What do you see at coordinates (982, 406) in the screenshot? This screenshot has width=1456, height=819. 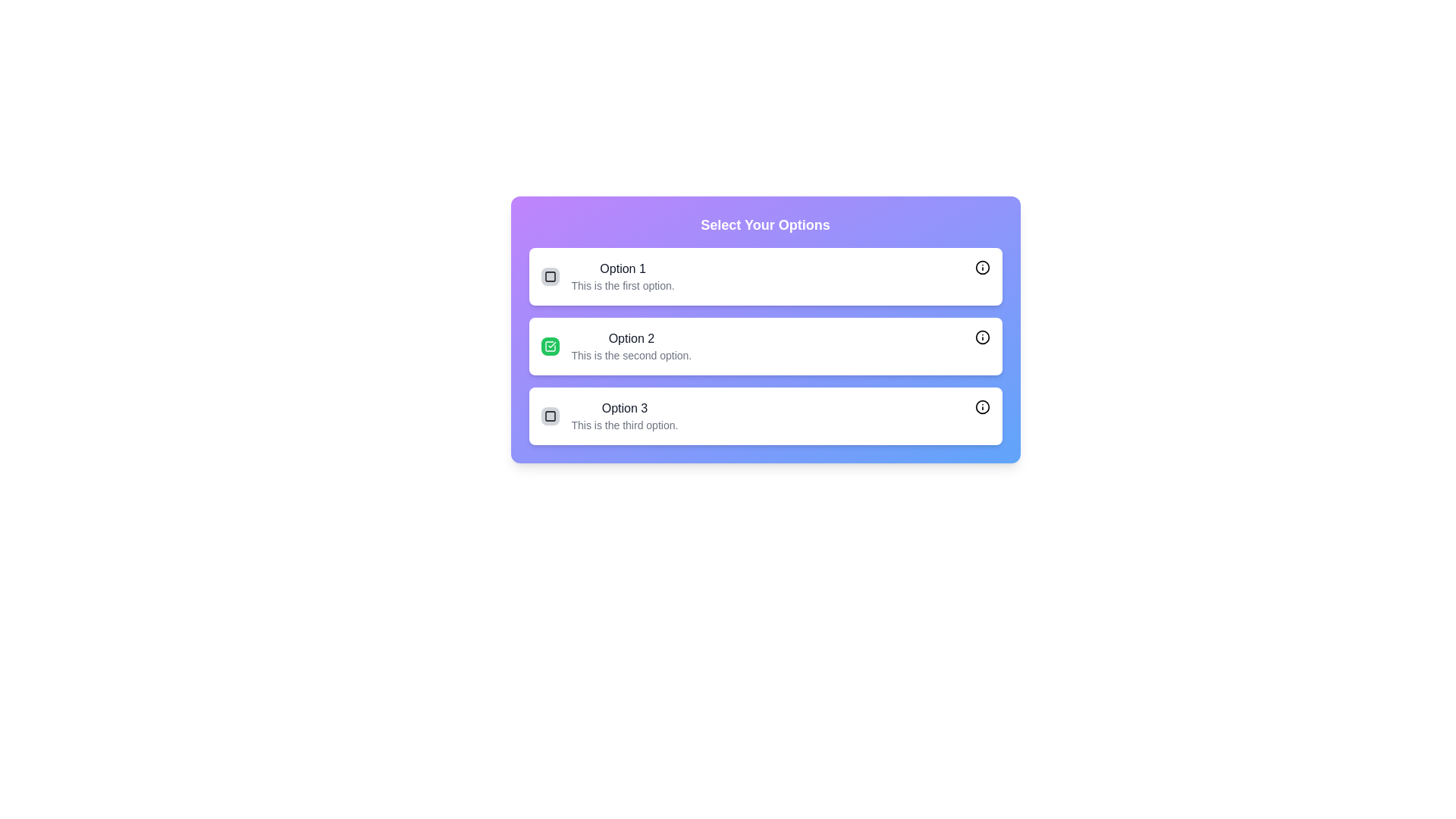 I see `the circle graphical element with a black outline and a diameter of approximately 20 units, located adjacent to the descriptive text 'Option 3'` at bounding box center [982, 406].